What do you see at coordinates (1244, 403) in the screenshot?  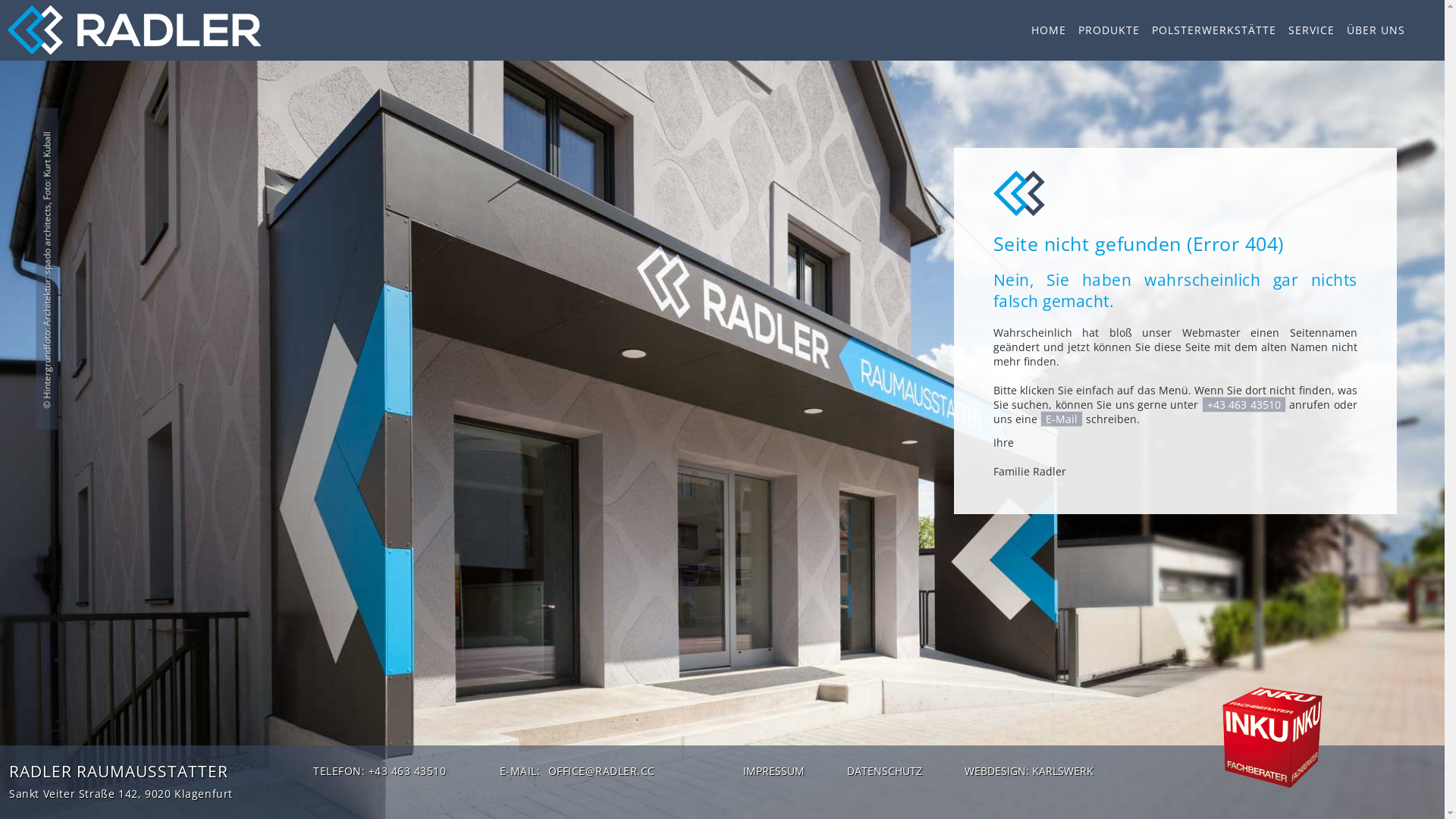 I see `'+43 463 43510'` at bounding box center [1244, 403].